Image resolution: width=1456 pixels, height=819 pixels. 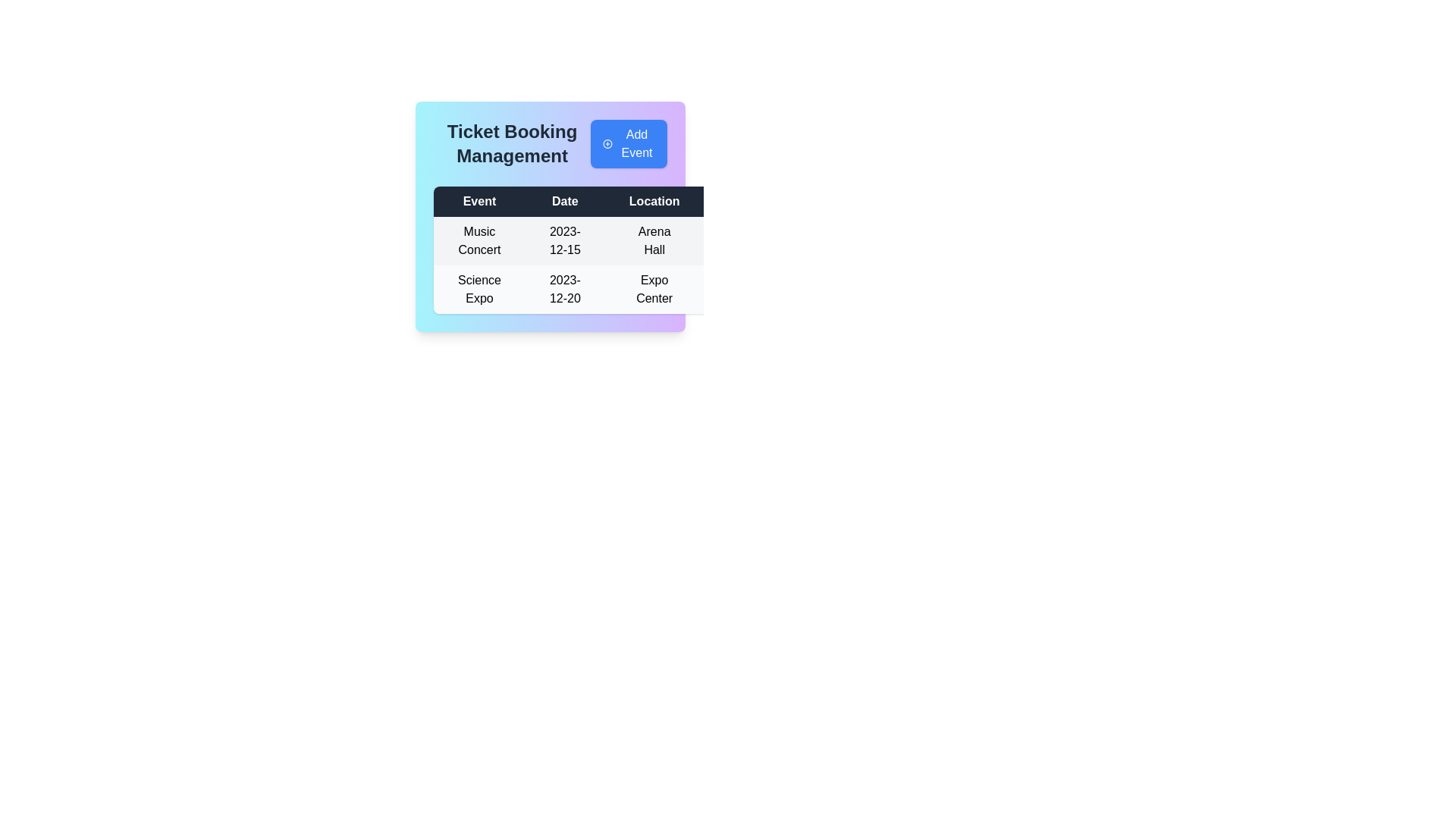 What do you see at coordinates (479, 289) in the screenshot?
I see `the 'Science Expo' text element located in the second row of the 'Event' table, following the 'Music Concert' entry` at bounding box center [479, 289].